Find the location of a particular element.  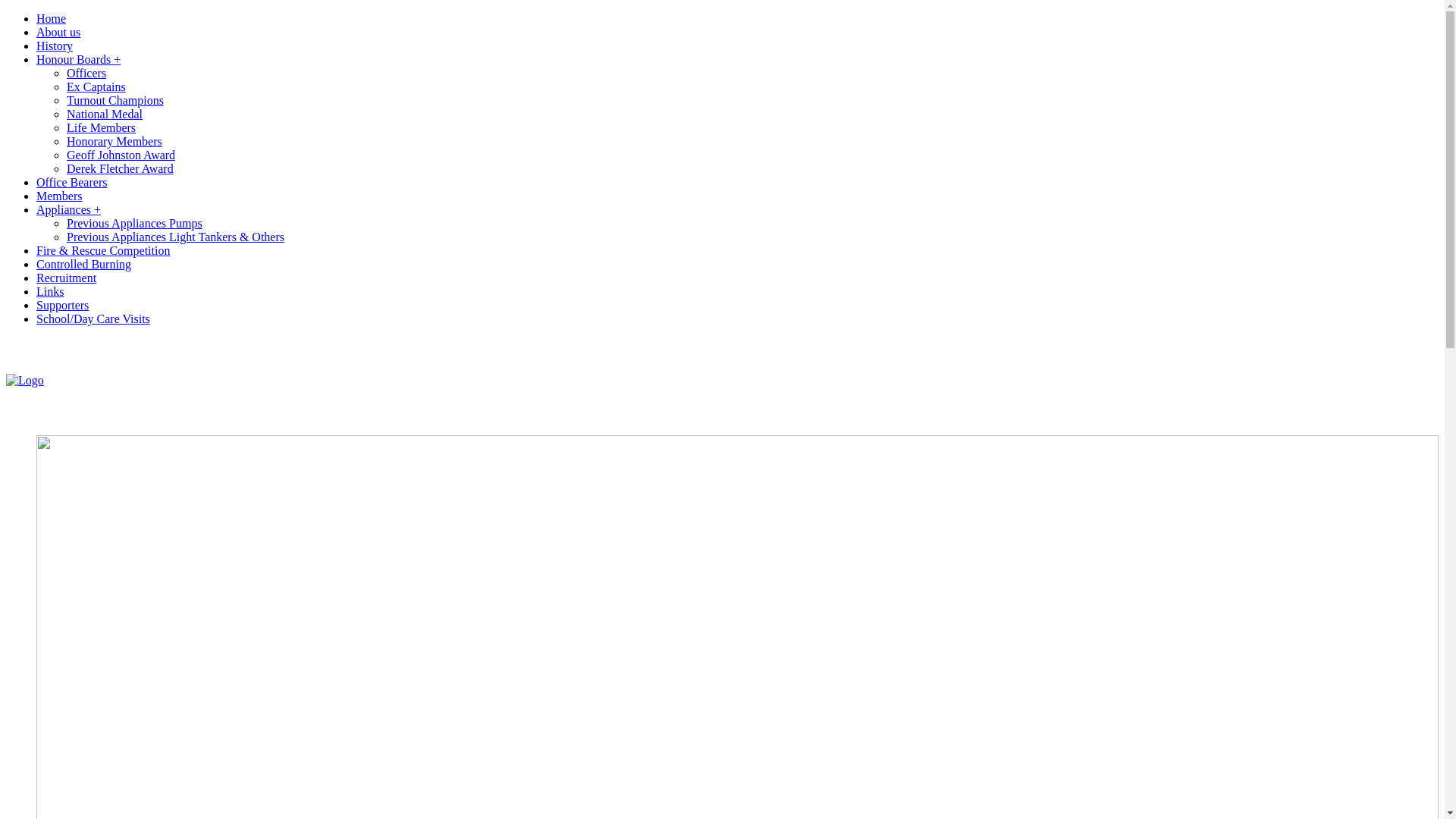

'Turnout Champions' is located at coordinates (115, 100).